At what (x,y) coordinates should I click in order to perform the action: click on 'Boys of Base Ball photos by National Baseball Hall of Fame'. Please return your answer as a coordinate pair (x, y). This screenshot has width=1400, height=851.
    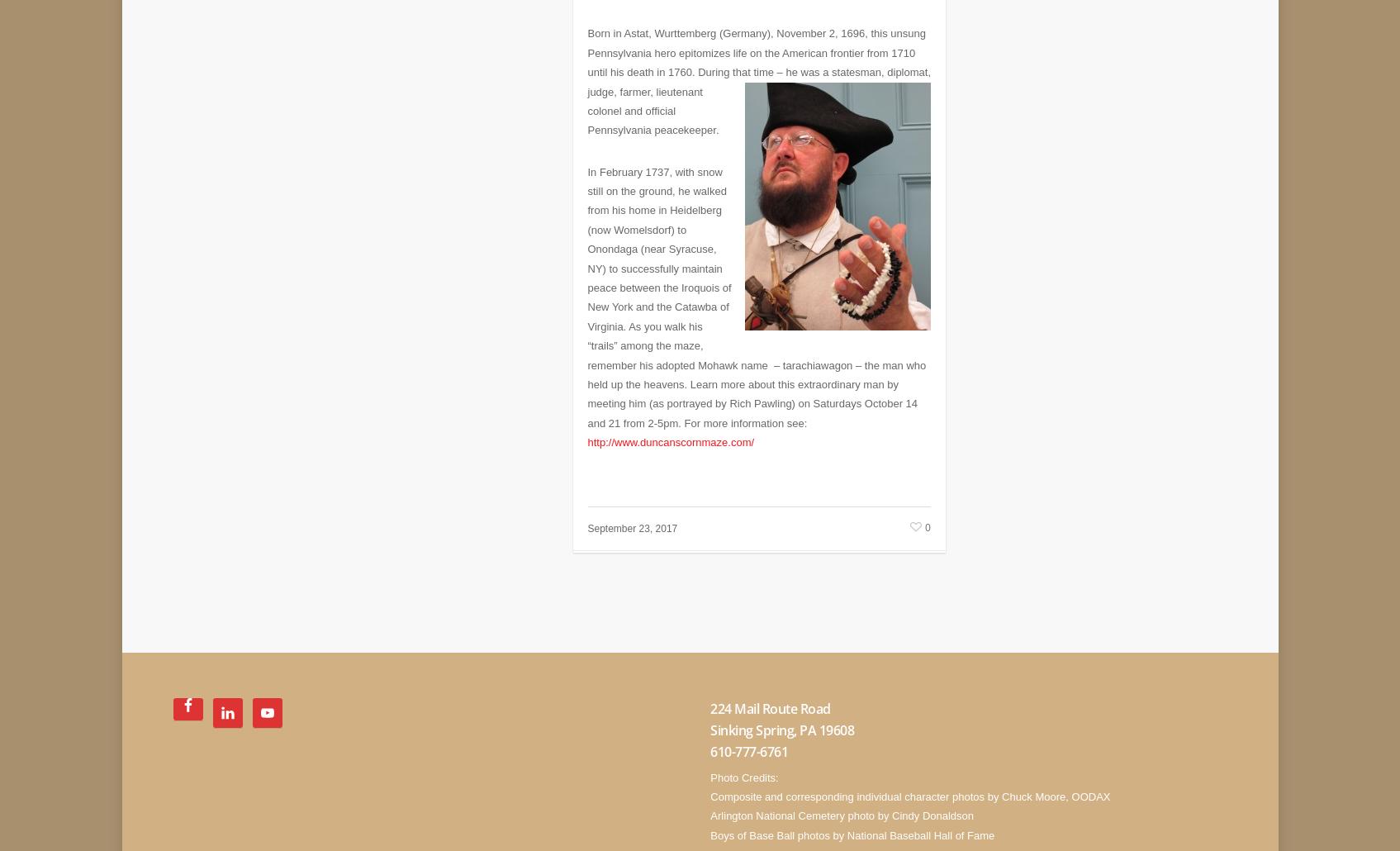
    Looking at the image, I should click on (851, 822).